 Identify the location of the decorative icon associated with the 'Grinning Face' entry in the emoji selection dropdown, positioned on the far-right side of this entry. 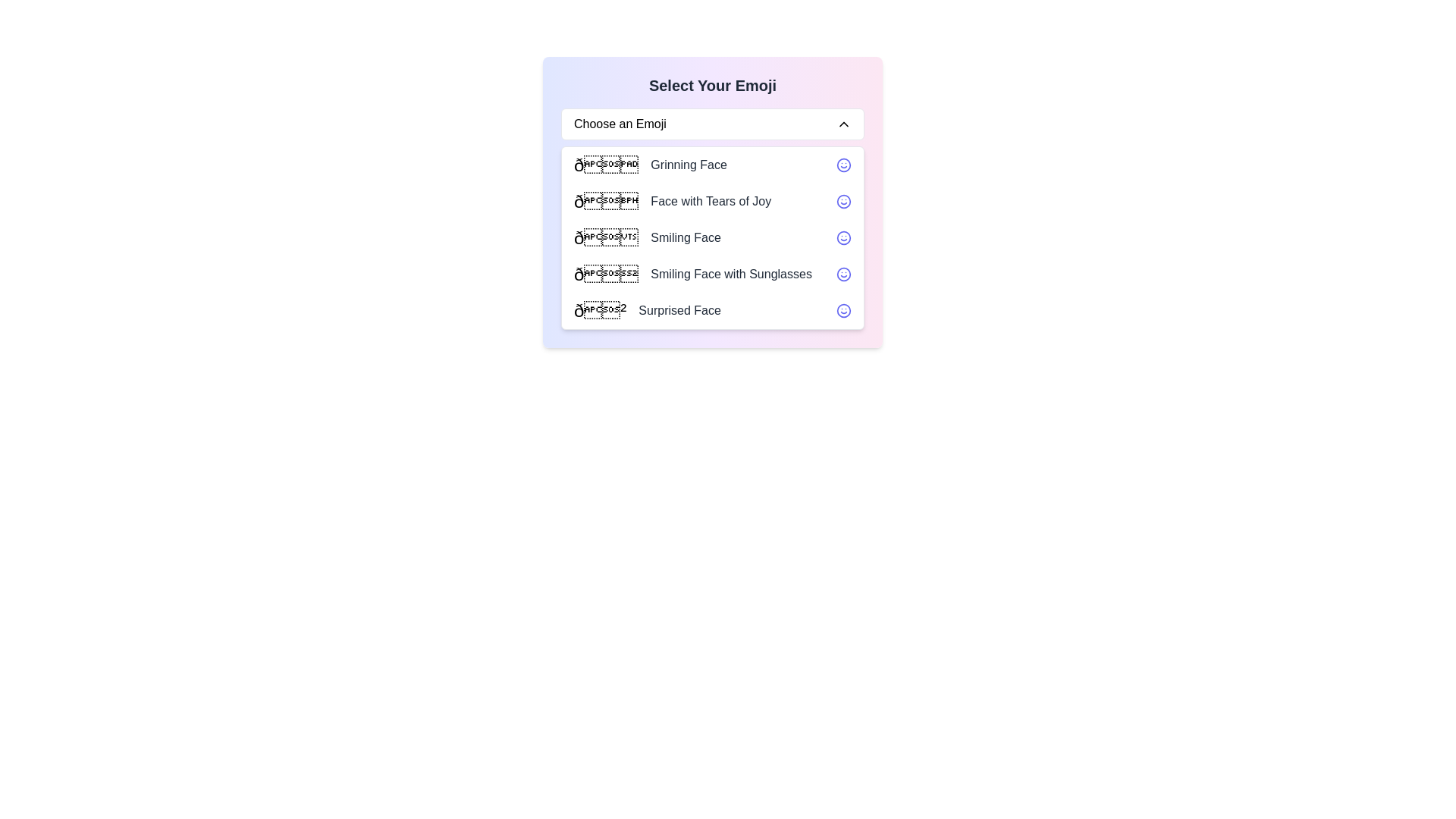
(843, 165).